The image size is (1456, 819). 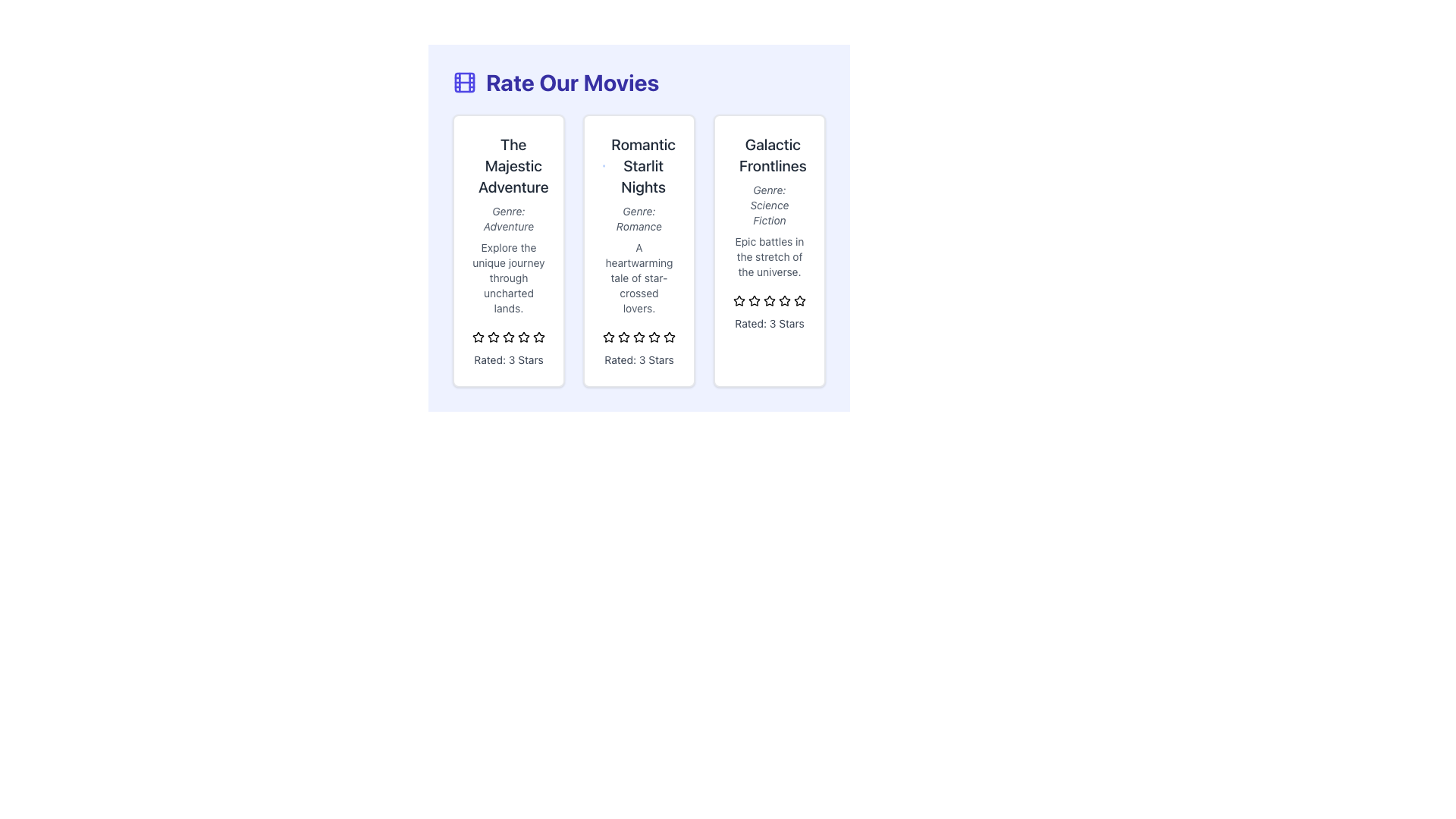 What do you see at coordinates (769, 301) in the screenshot?
I see `the third star icon in the movie rating row for 'Galactic Frontlines', which is filled with yellow color` at bounding box center [769, 301].